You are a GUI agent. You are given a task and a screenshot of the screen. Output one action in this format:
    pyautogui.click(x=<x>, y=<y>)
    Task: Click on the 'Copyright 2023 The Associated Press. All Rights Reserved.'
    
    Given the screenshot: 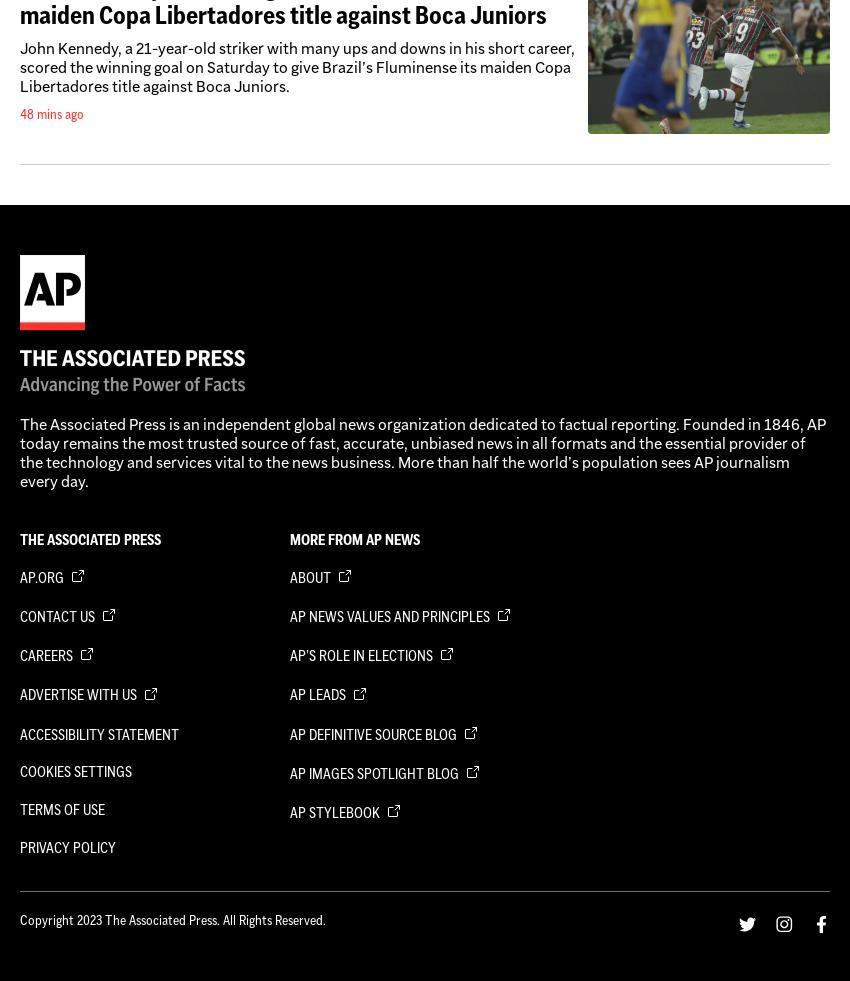 What is the action you would take?
    pyautogui.click(x=171, y=919)
    